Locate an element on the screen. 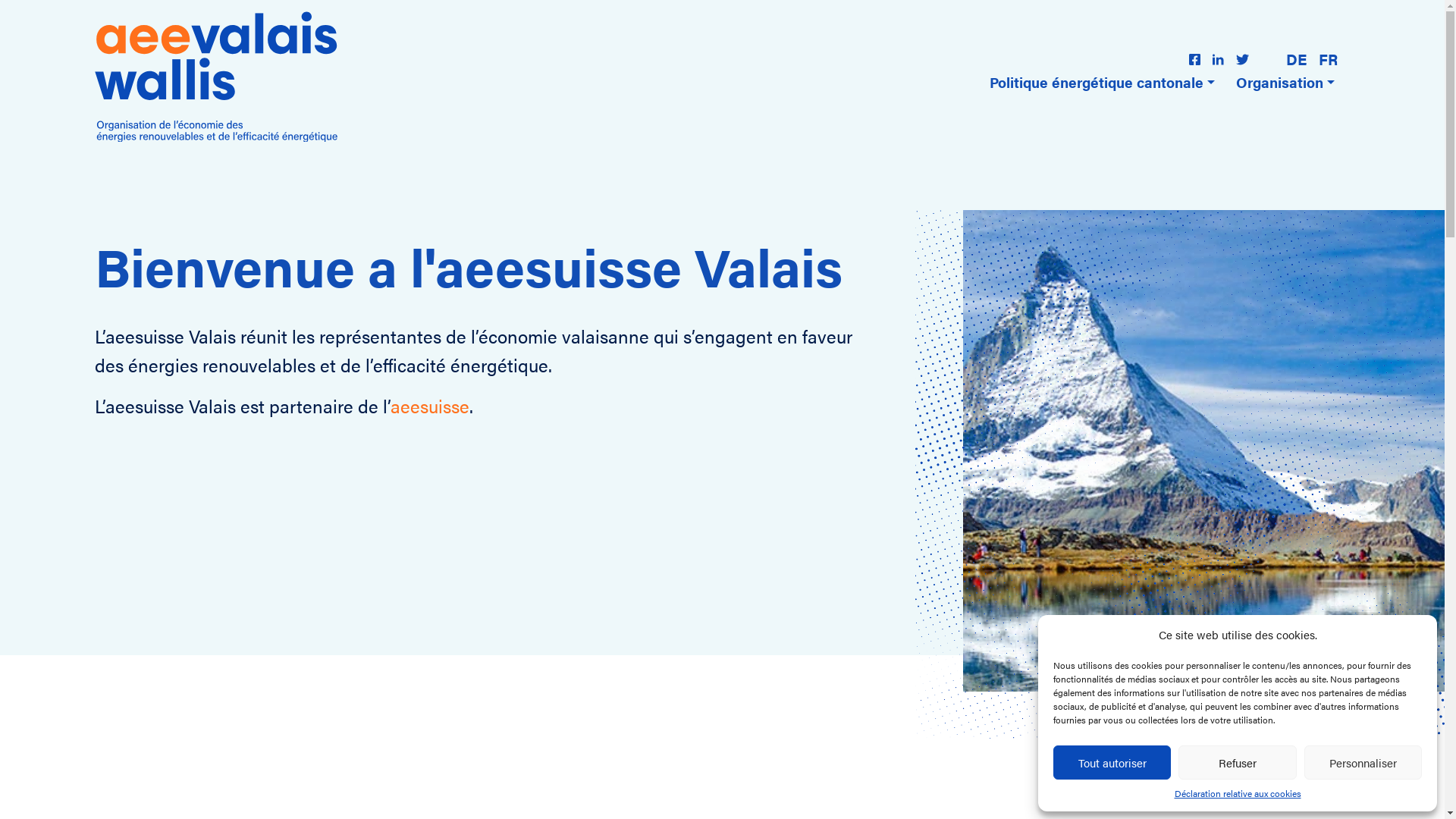 Image resolution: width=1456 pixels, height=819 pixels. 'Organisation' is located at coordinates (1284, 82).